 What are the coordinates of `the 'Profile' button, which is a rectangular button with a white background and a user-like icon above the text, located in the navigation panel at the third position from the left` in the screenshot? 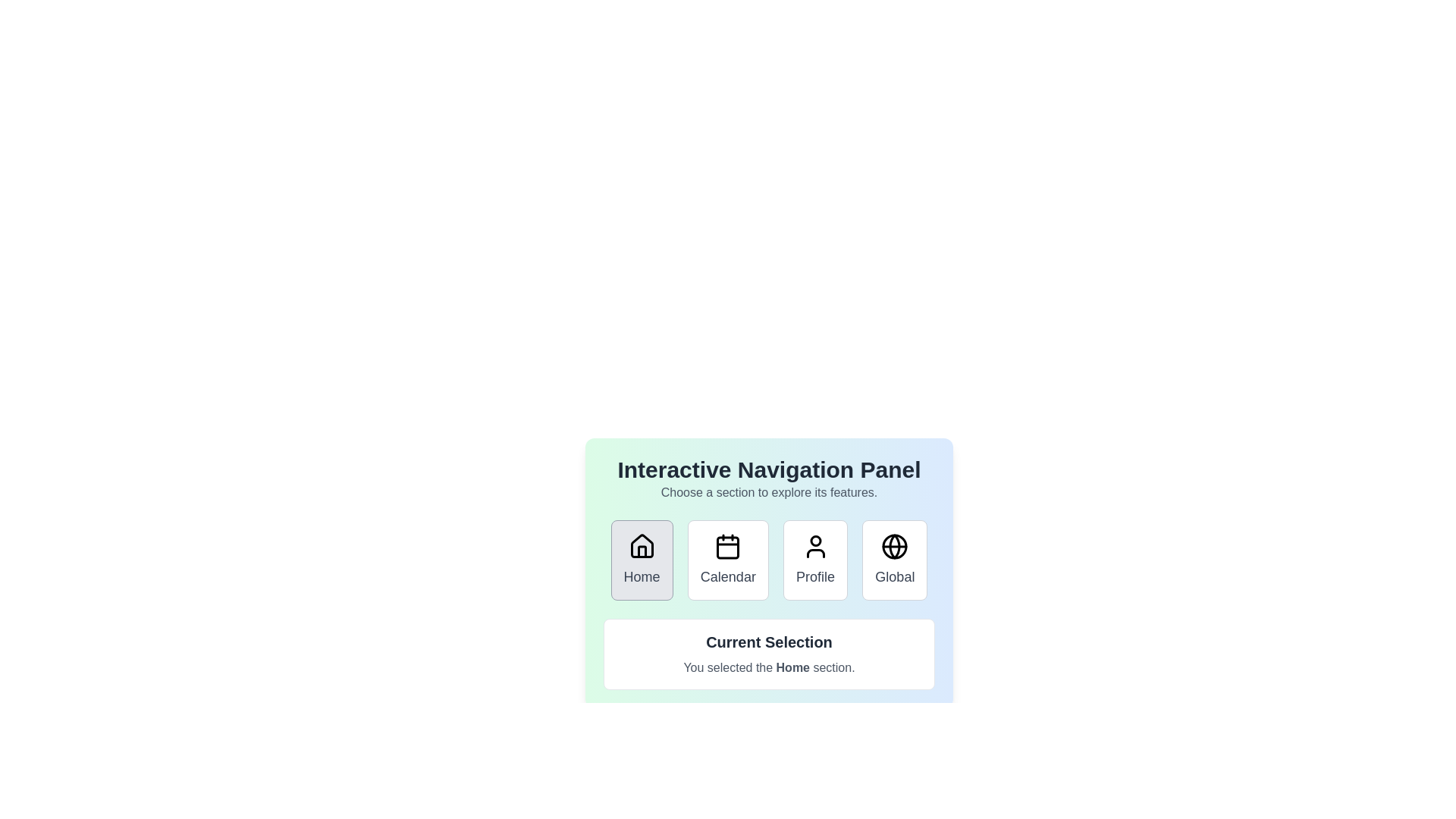 It's located at (814, 560).